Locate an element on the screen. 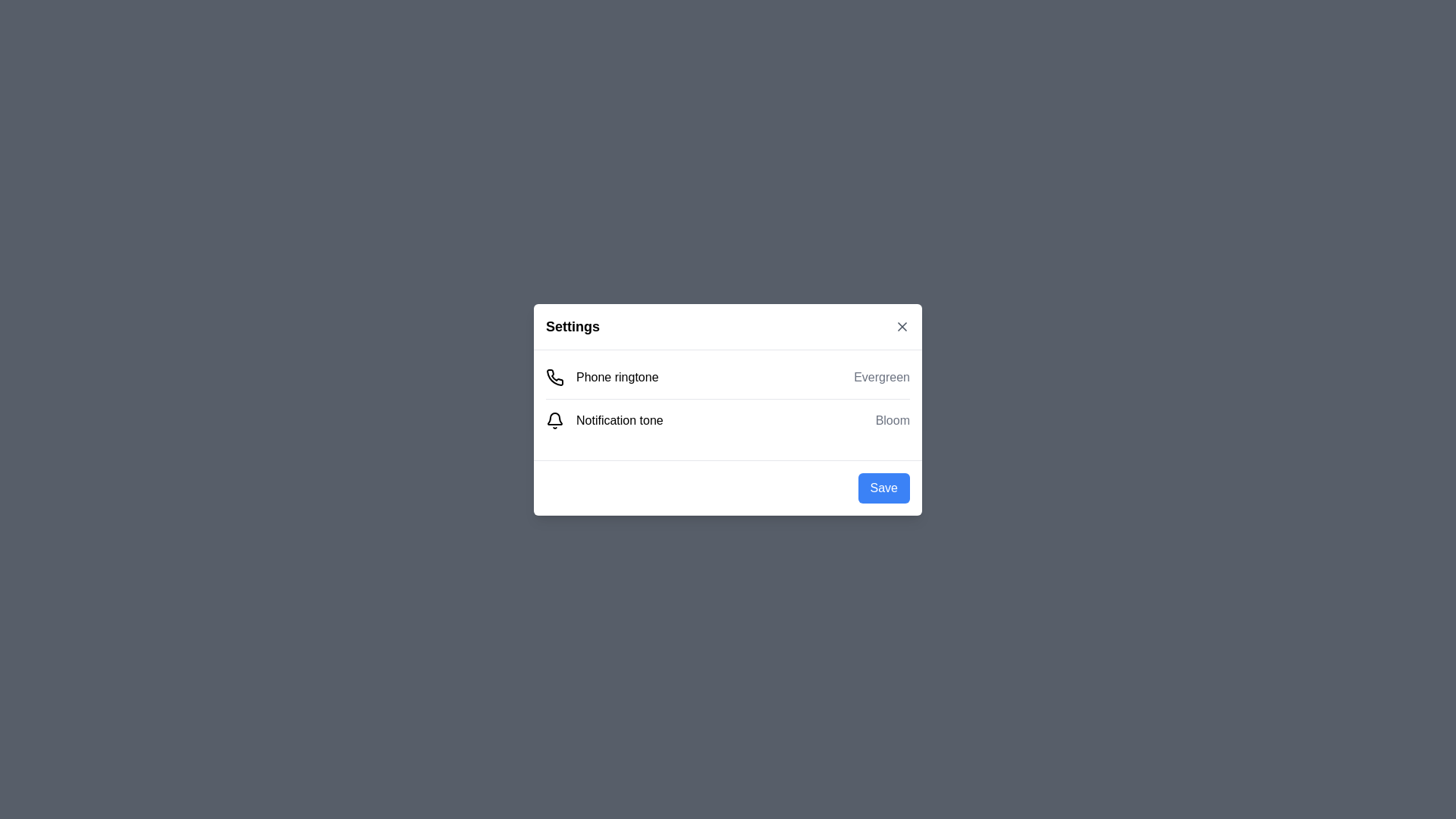  the small stylized telephone receiver icon, which is located at the far left side of the 'Phone ringtone' row in the settings interface is located at coordinates (554, 376).